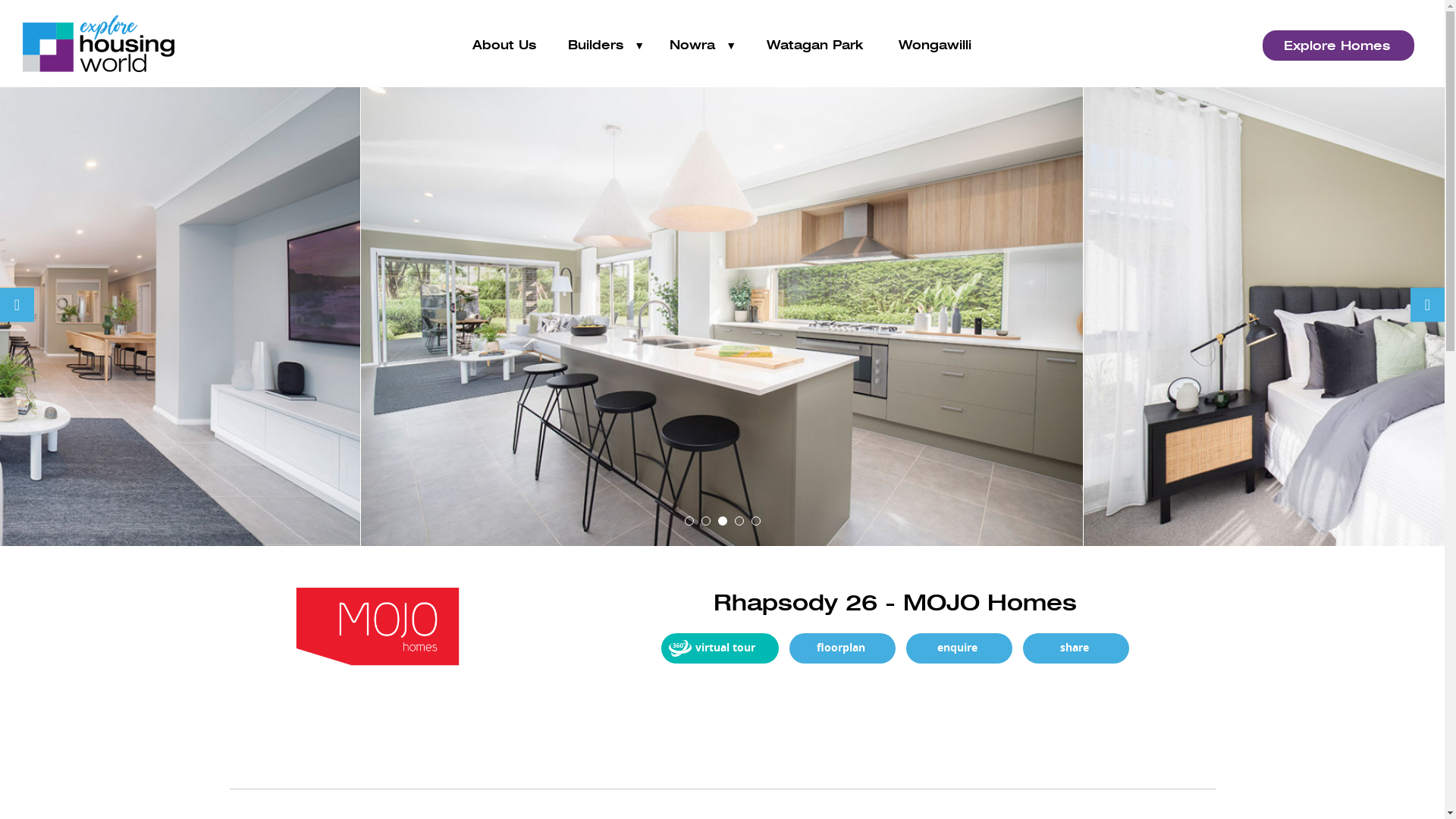 The width and height of the screenshot is (1456, 819). Describe the element at coordinates (840, 648) in the screenshot. I see `'floorplan'` at that location.